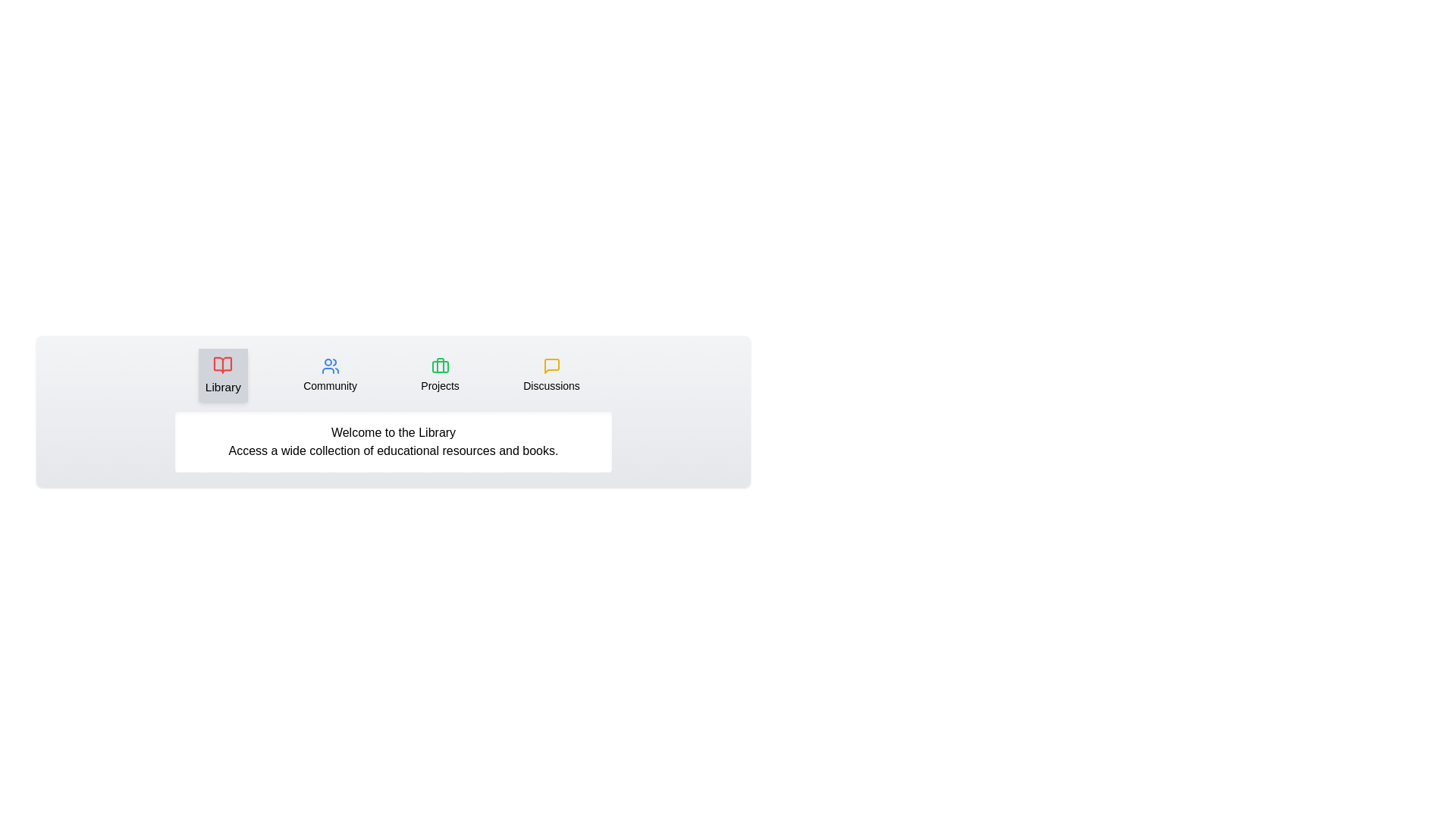 Image resolution: width=1456 pixels, height=819 pixels. Describe the element at coordinates (222, 365) in the screenshot. I see `the 'Library' icon, which is the leftmost icon styled as an open book` at that location.